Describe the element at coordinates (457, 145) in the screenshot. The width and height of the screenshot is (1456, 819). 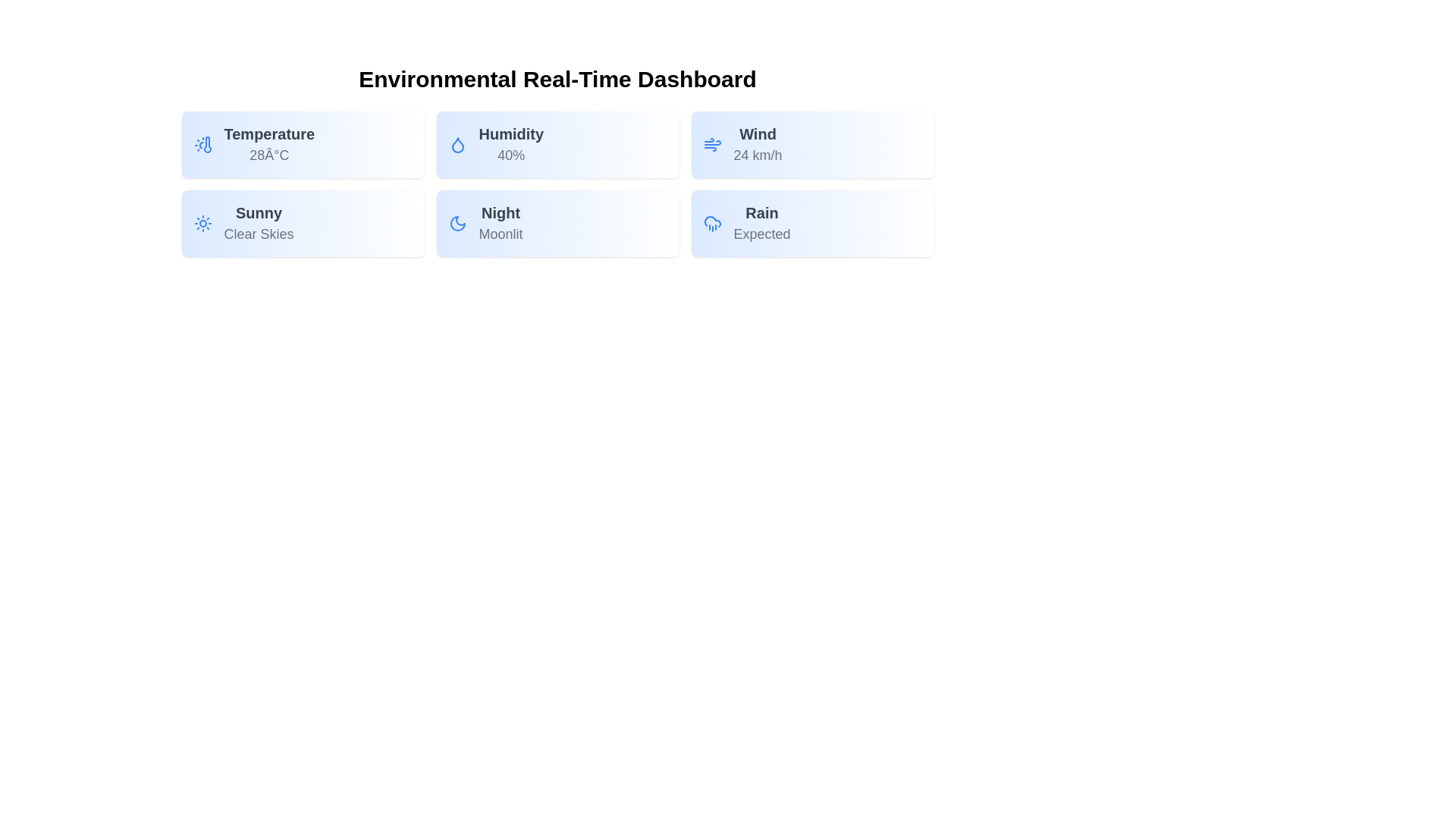
I see `the humidity icon located within the 'Humidity' card in the environmental dashboard, which visually indicates humidity alongside numeric data` at that location.